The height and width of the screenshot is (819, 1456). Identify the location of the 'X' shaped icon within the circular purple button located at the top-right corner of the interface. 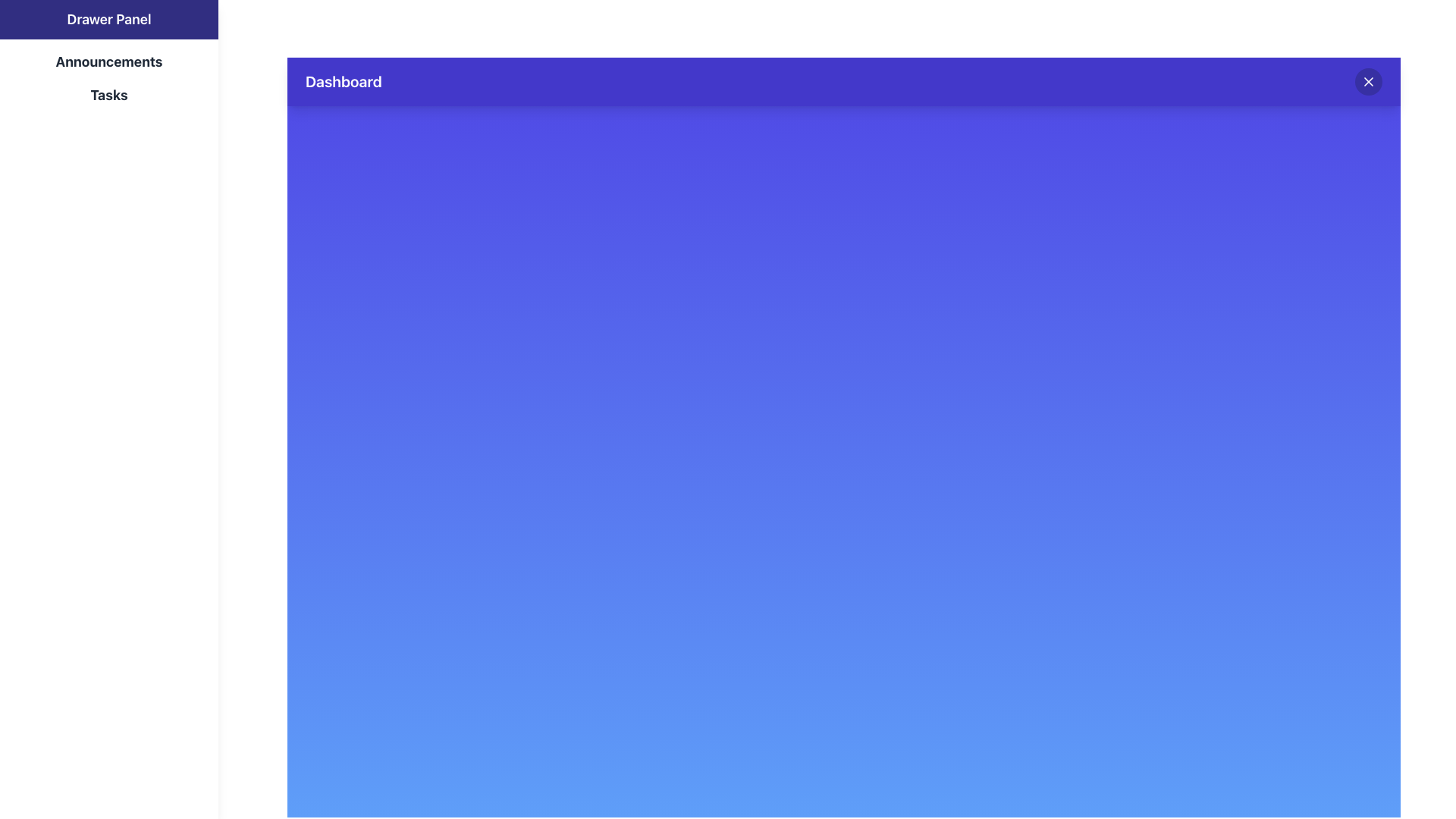
(1368, 82).